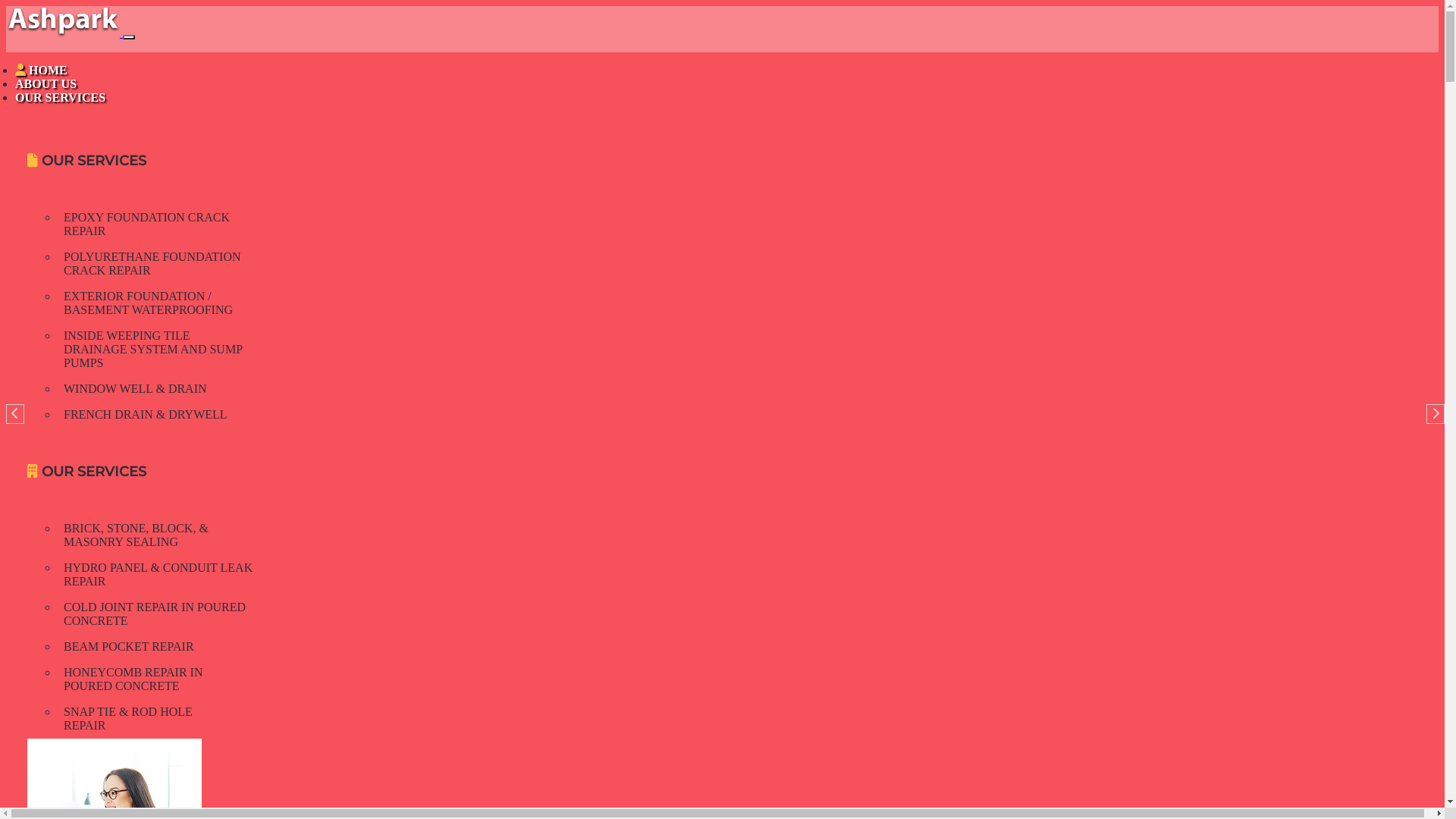 Image resolution: width=1456 pixels, height=819 pixels. Describe the element at coordinates (148, 303) in the screenshot. I see `'EXTERIOR FOUNDATION / BASEMENT WATERPROOFING'` at that location.